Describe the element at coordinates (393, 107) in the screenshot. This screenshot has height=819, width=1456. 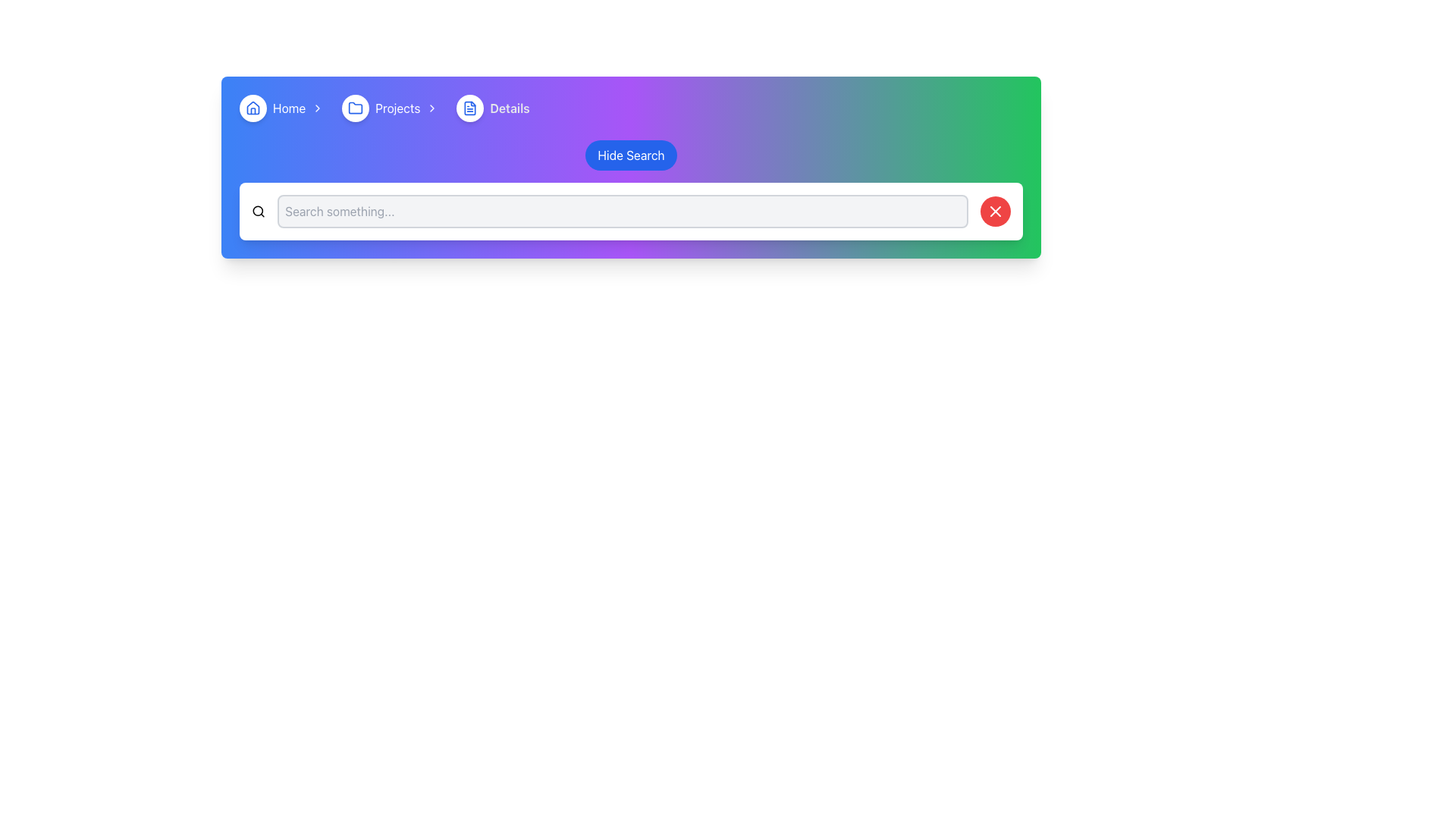
I see `the second breadcrumb navigation item which is positioned between 'Home' and 'Details'` at that location.